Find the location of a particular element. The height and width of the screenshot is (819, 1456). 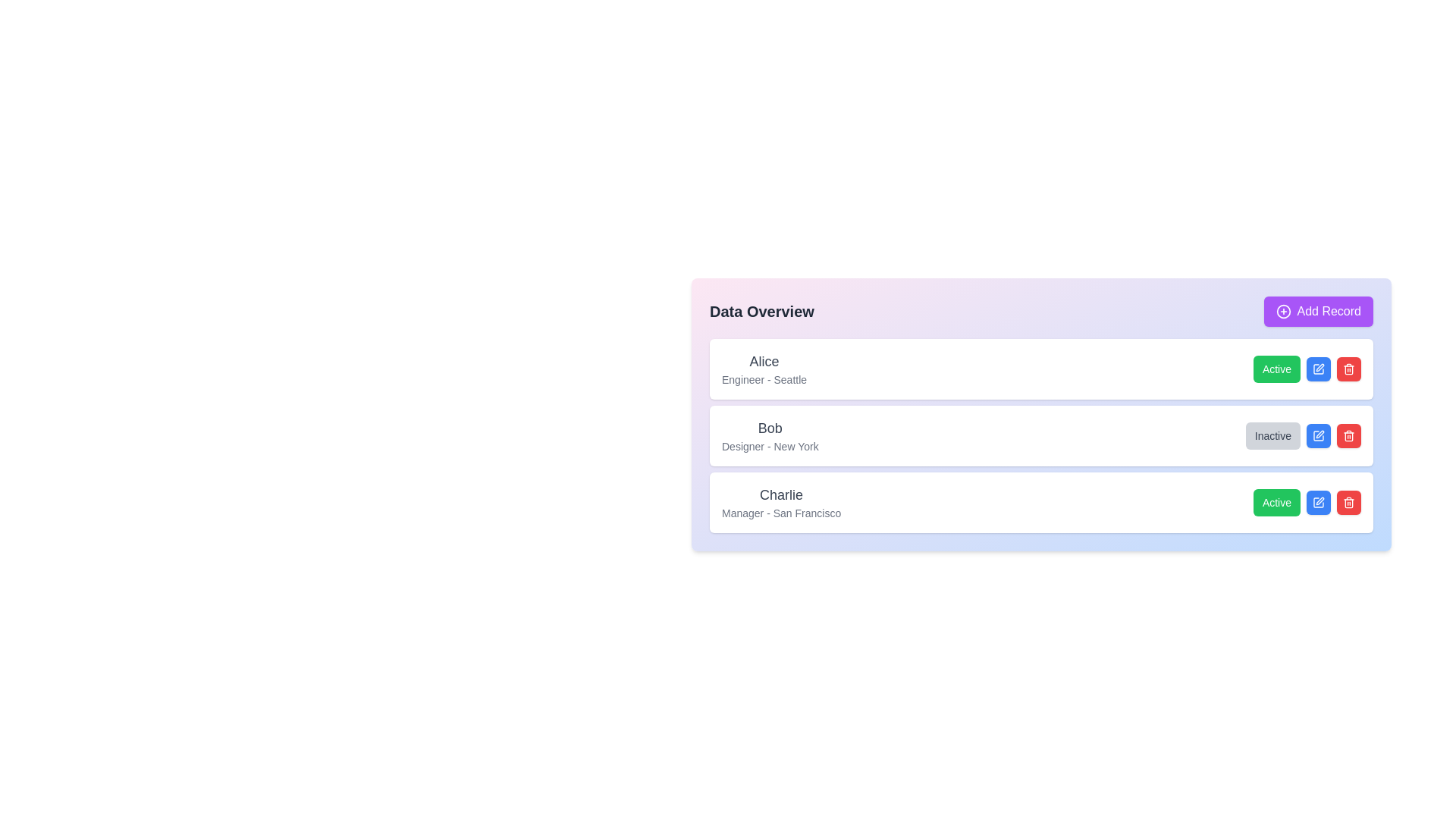

the delete button, which is the third button in a horizontal row of action buttons, located to the right of the blue edit button and below the green active status button, to observe the hover effect appearance is located at coordinates (1349, 503).